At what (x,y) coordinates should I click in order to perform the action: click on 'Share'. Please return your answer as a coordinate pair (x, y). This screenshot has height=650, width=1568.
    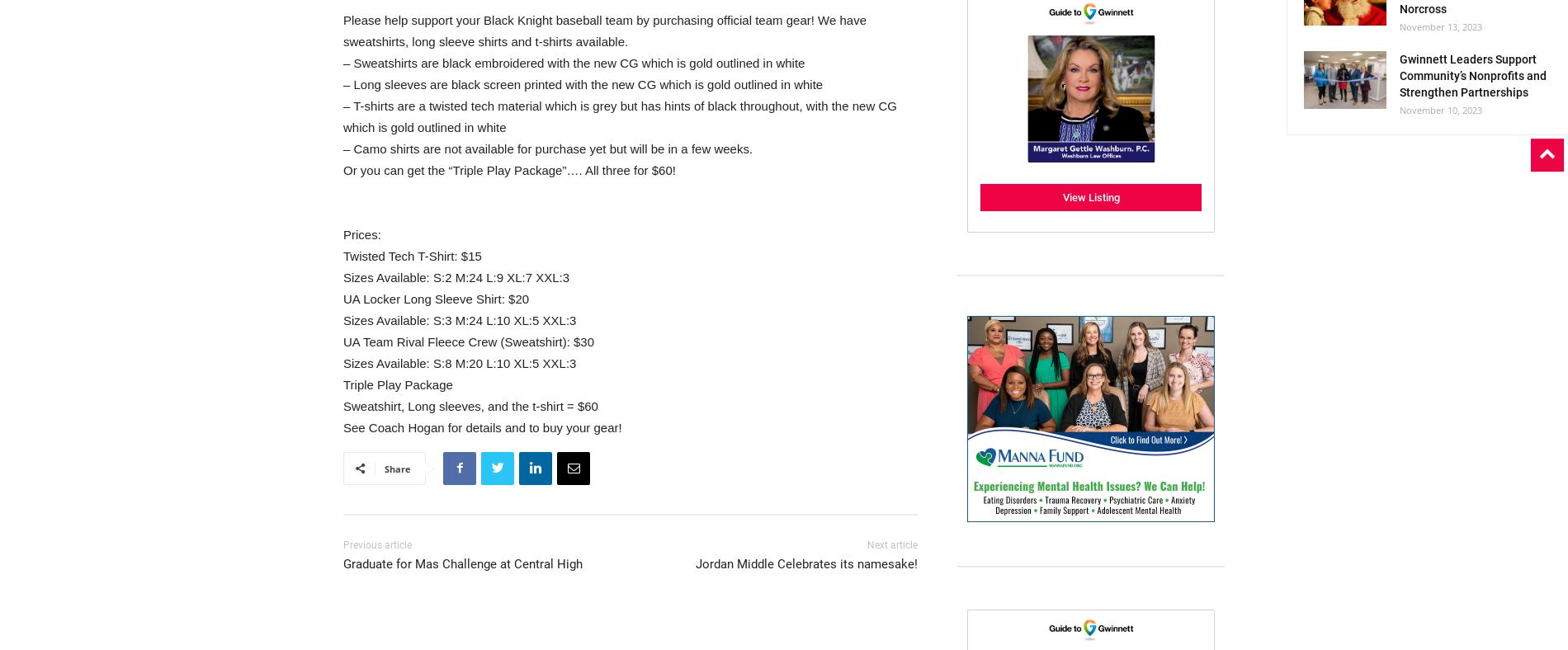
    Looking at the image, I should click on (398, 468).